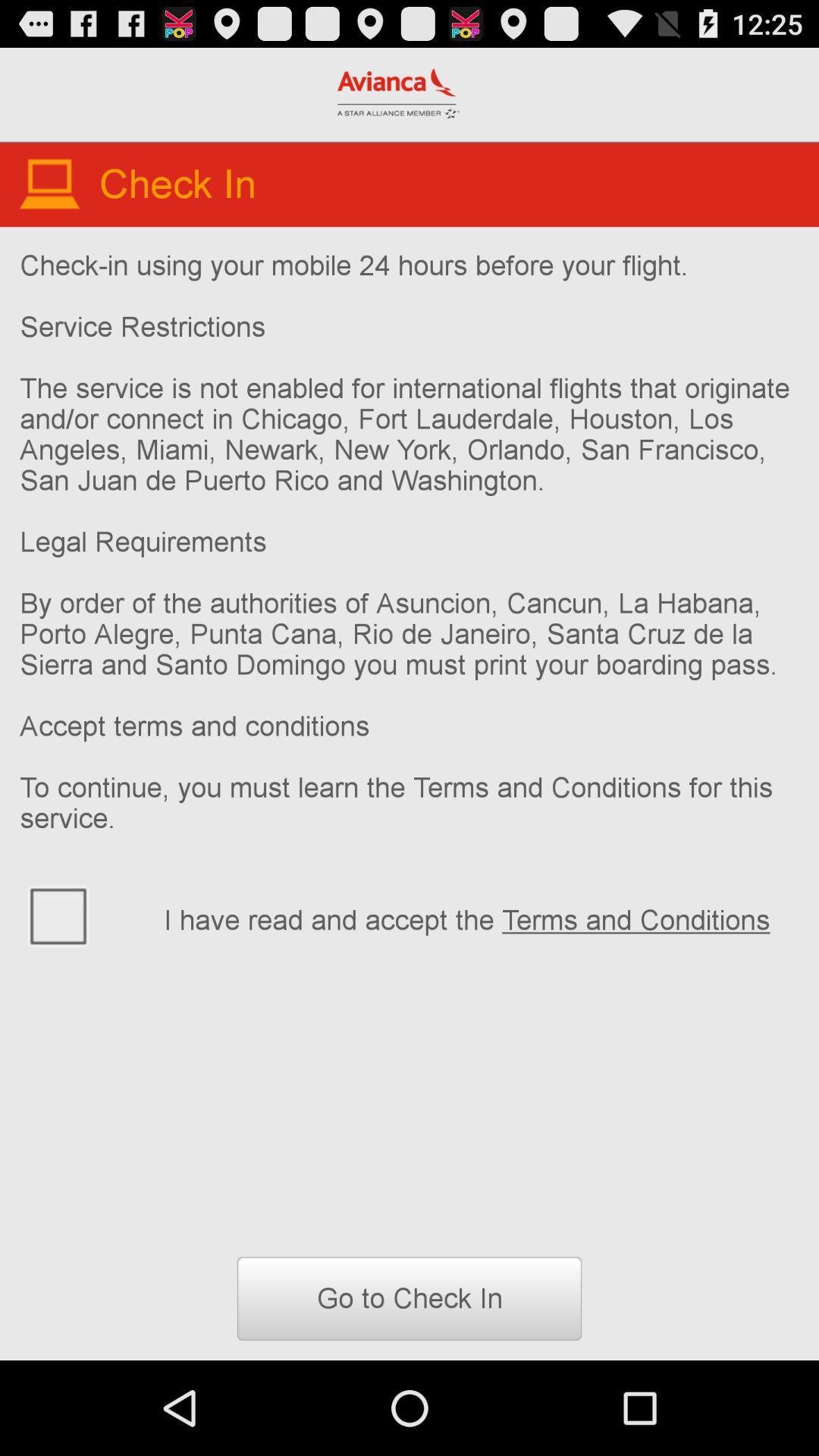  Describe the element at coordinates (409, 1298) in the screenshot. I see `the item at the bottom` at that location.